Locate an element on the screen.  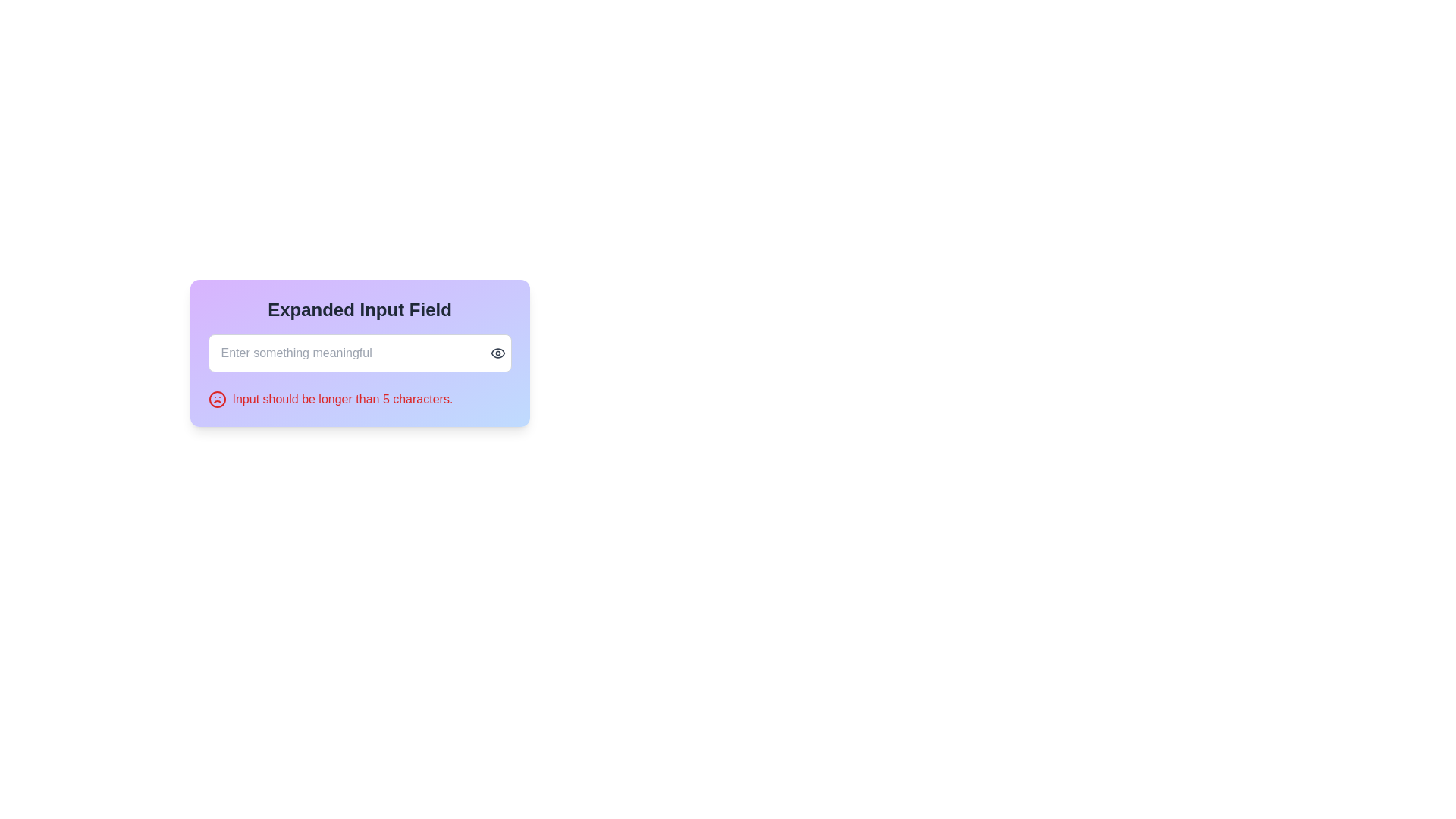
the text heading that serves as a title for the input section, which is centrally aligned within a rounded box with a gradient background is located at coordinates (359, 309).